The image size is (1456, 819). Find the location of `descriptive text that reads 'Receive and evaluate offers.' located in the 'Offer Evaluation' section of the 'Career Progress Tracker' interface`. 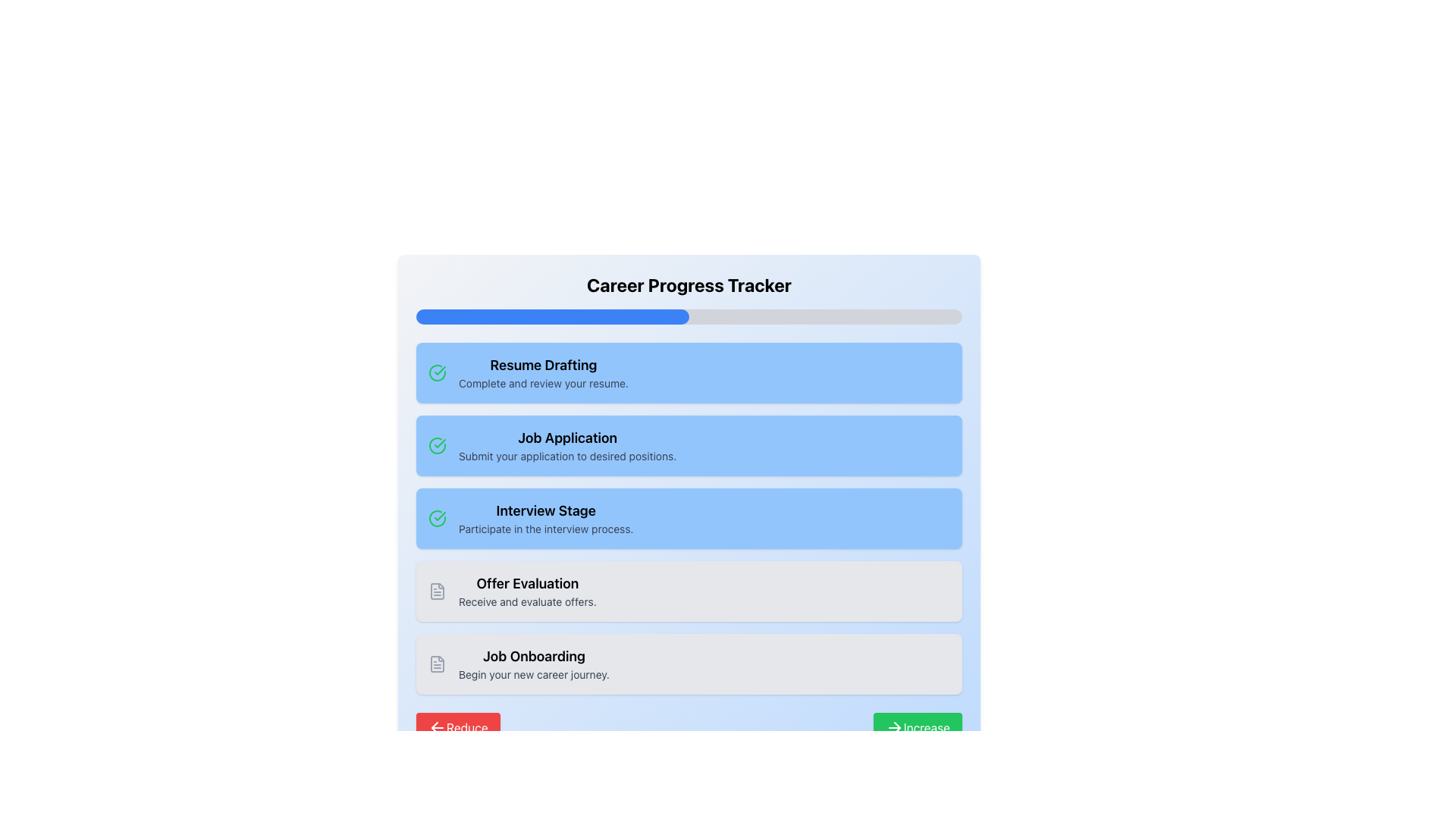

descriptive text that reads 'Receive and evaluate offers.' located in the 'Offer Evaluation' section of the 'Career Progress Tracker' interface is located at coordinates (527, 601).